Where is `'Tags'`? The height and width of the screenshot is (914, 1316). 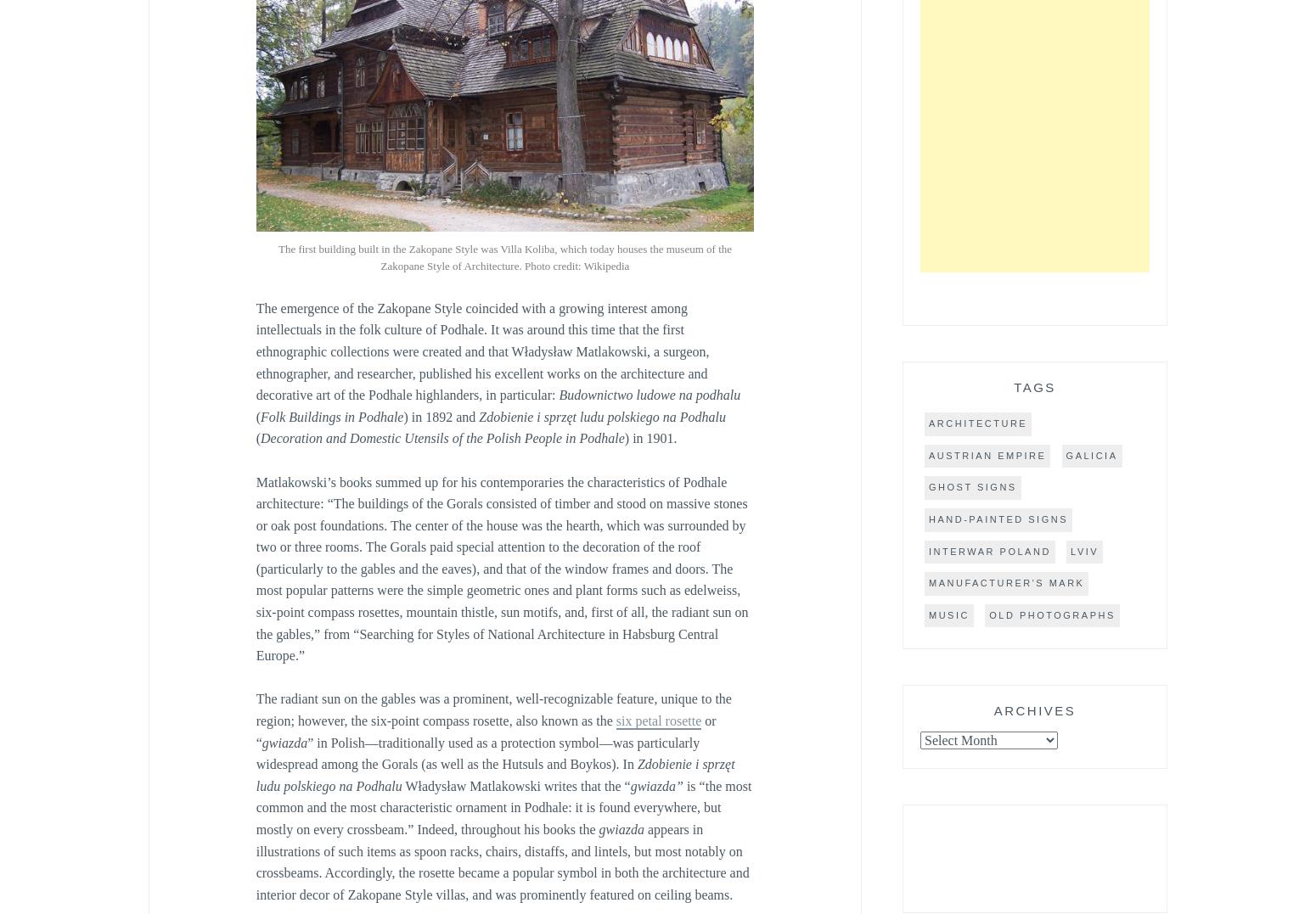 'Tags' is located at coordinates (1034, 385).